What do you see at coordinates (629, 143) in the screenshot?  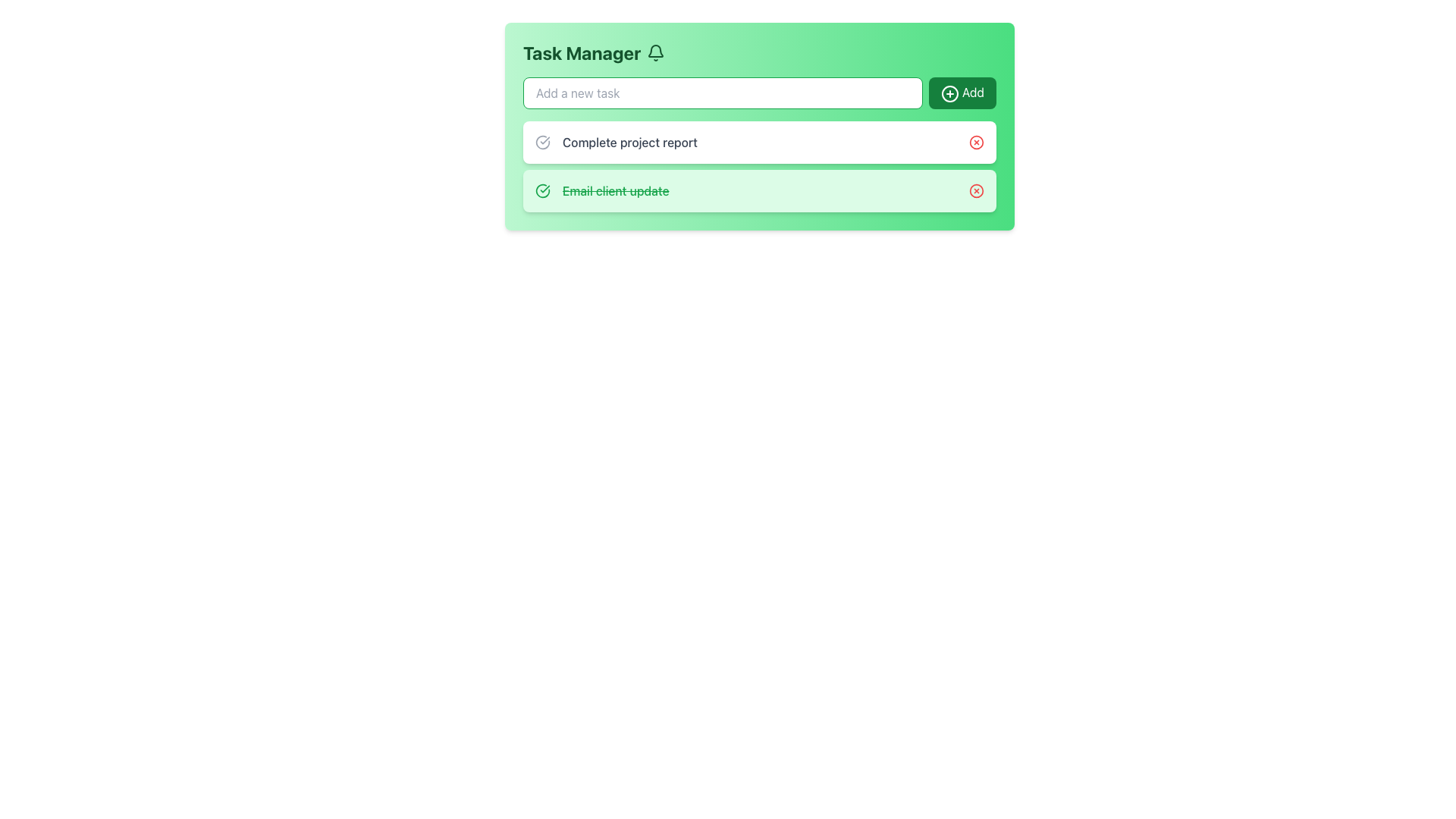 I see `the Text label that displays the title of the first task in the Task Manager section, which is located above the 'Email client update' task` at bounding box center [629, 143].